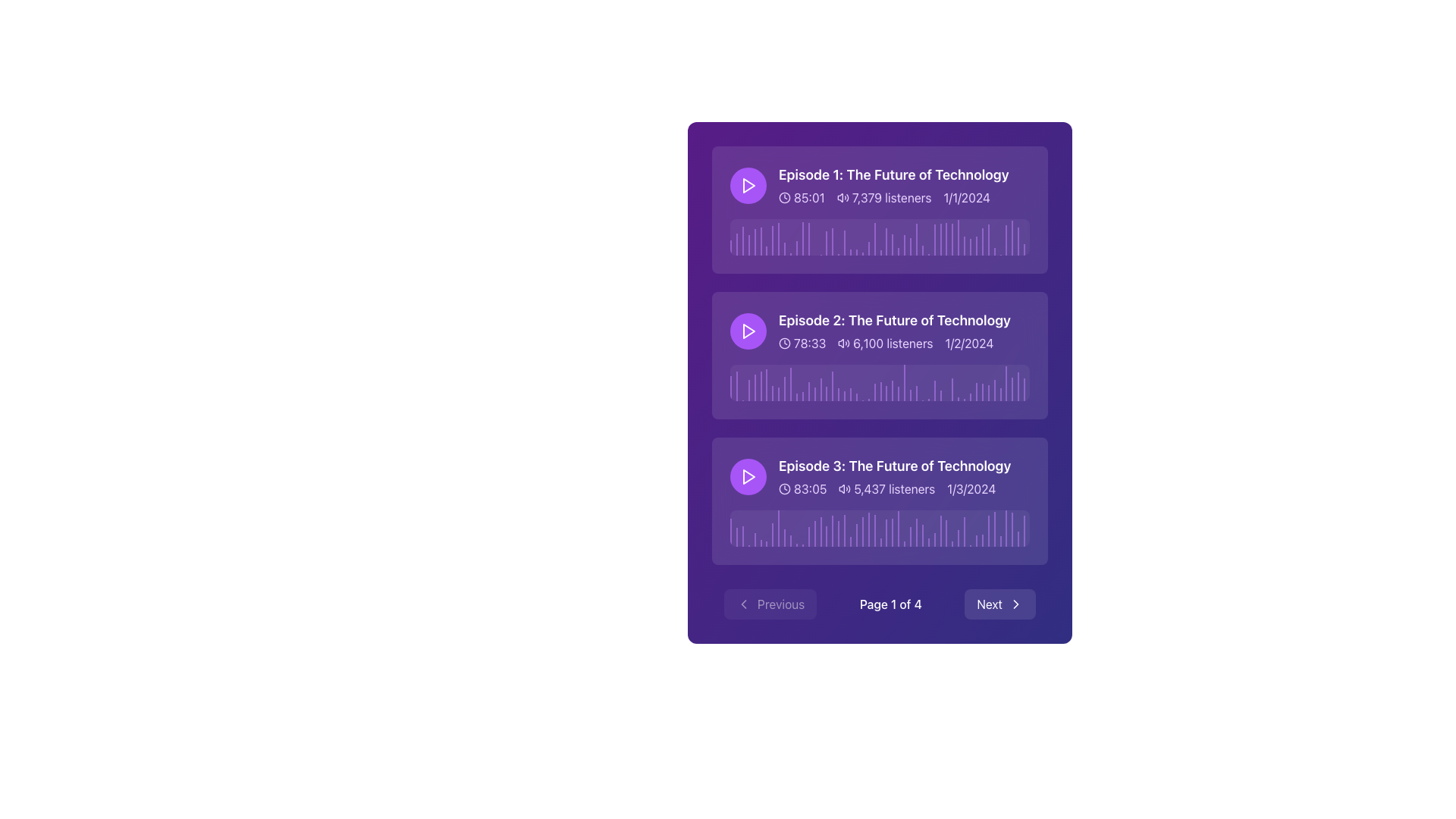 The width and height of the screenshot is (1456, 819). What do you see at coordinates (801, 343) in the screenshot?
I see `the text label displaying the episode duration located at the top-left corner of the second episode card` at bounding box center [801, 343].